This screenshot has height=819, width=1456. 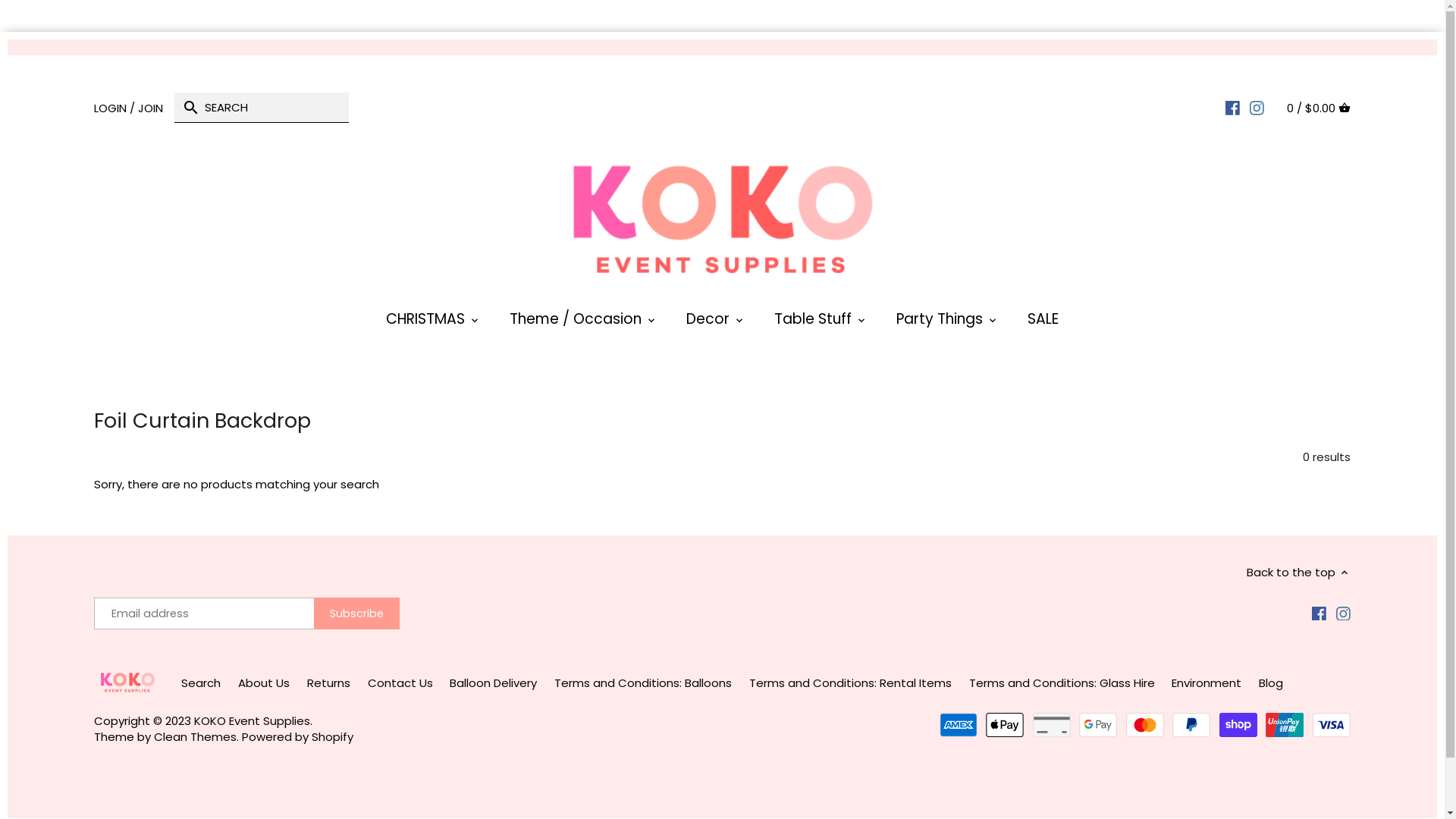 What do you see at coordinates (150, 106) in the screenshot?
I see `'JOIN'` at bounding box center [150, 106].